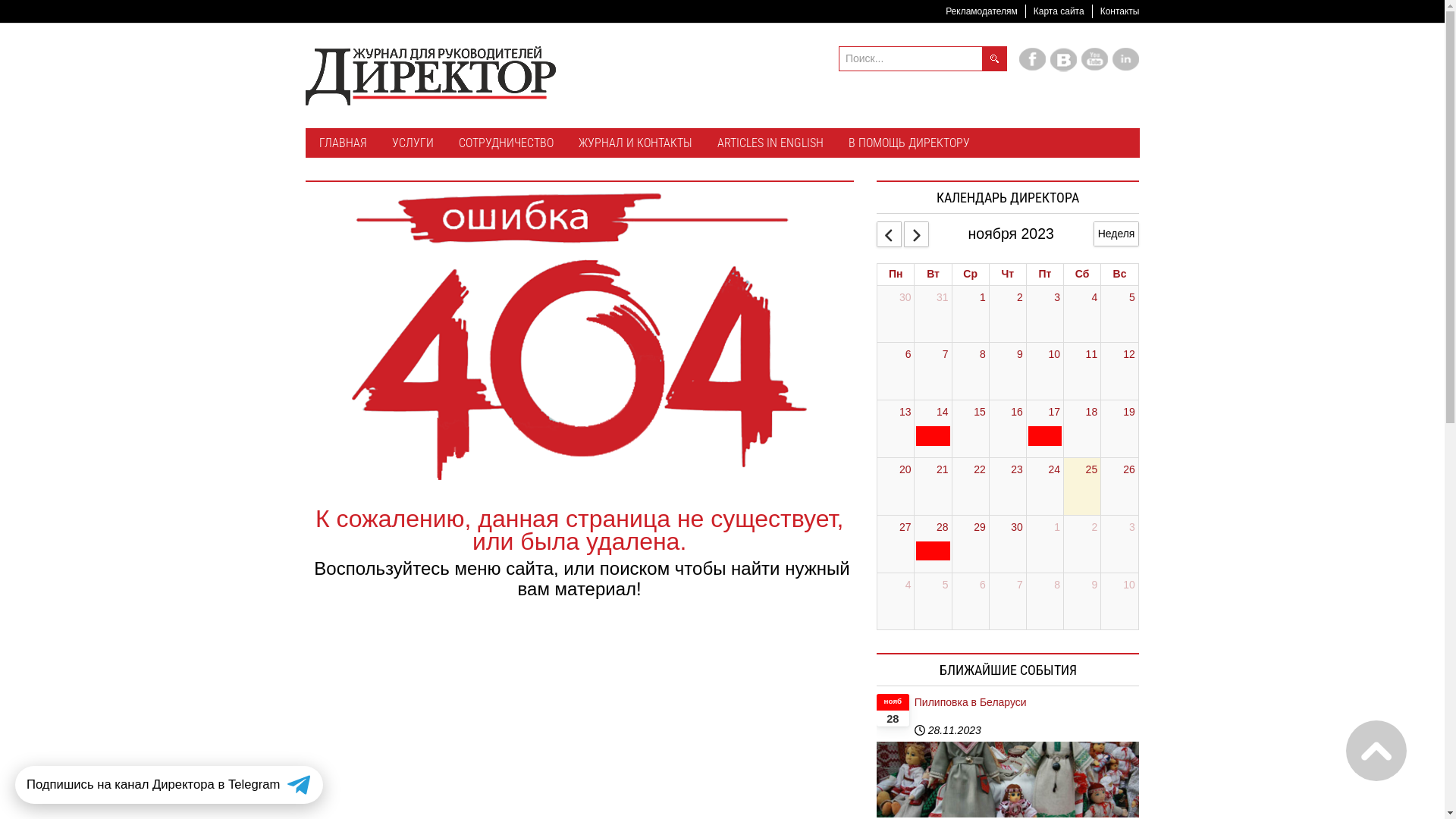  I want to click on '1', so click(983, 298).